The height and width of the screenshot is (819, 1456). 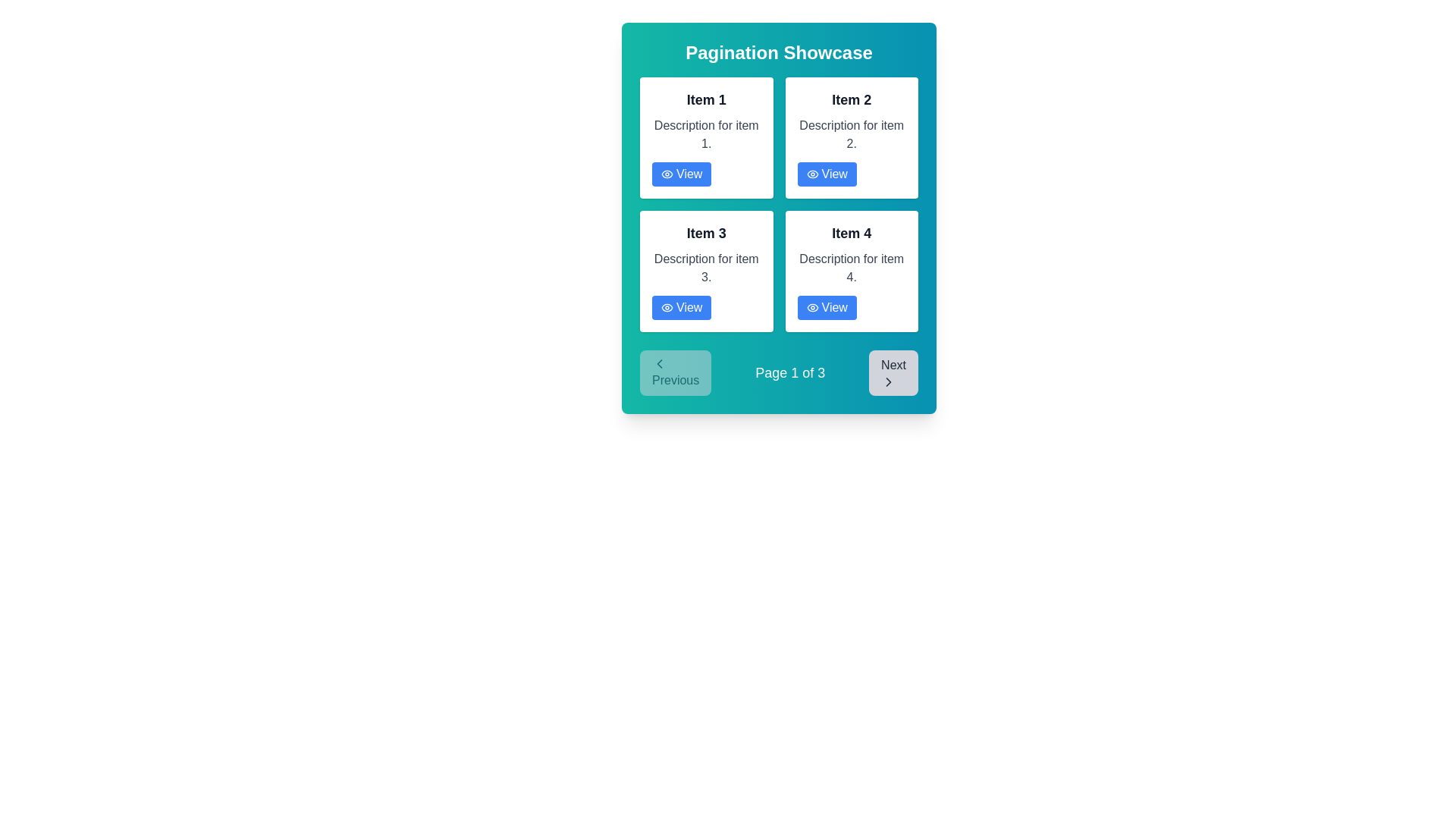 What do you see at coordinates (852, 271) in the screenshot?
I see `the Card item in the bottom-right corner of the grid layout` at bounding box center [852, 271].